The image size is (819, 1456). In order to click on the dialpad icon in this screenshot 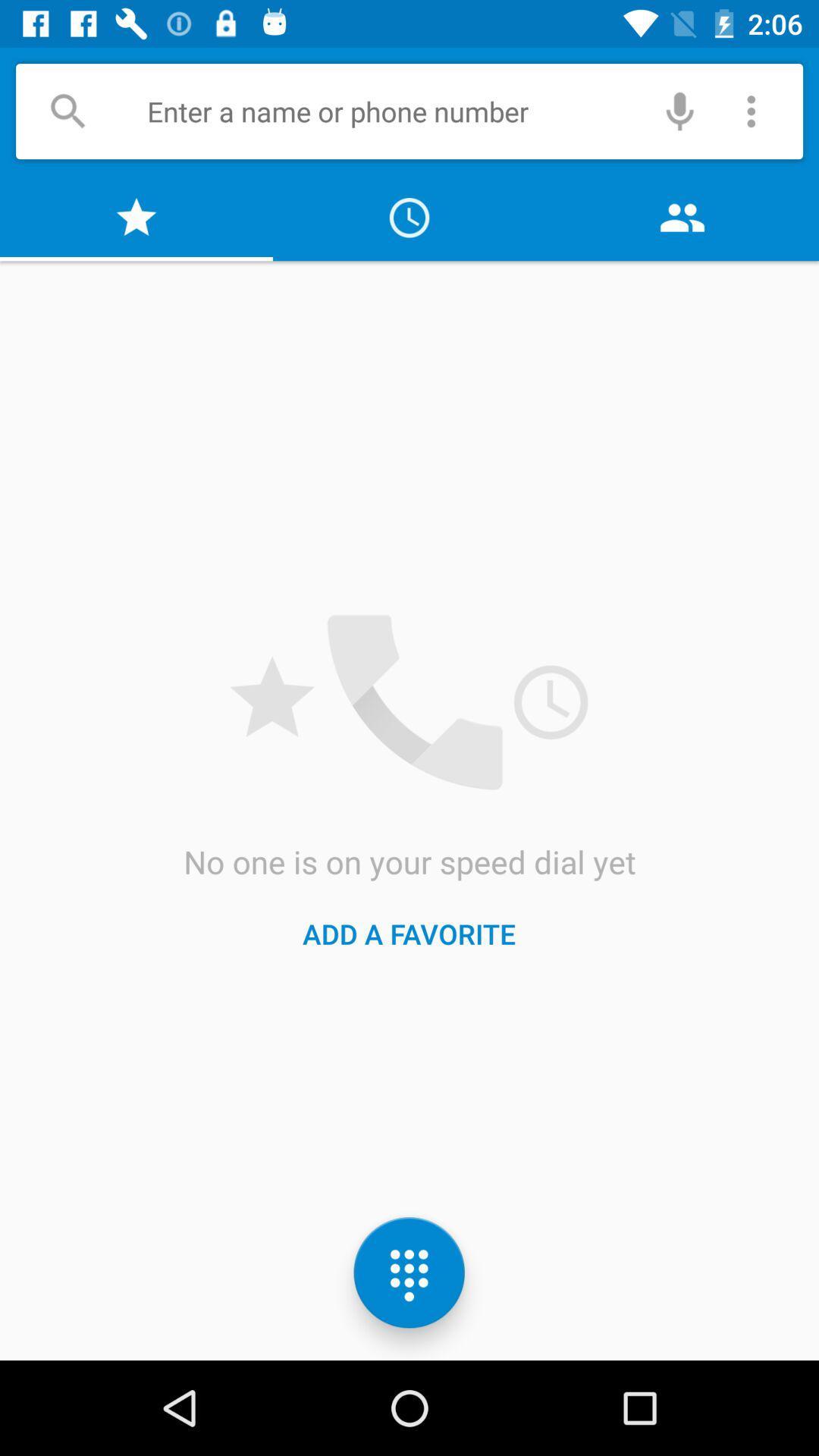, I will do `click(409, 1272)`.